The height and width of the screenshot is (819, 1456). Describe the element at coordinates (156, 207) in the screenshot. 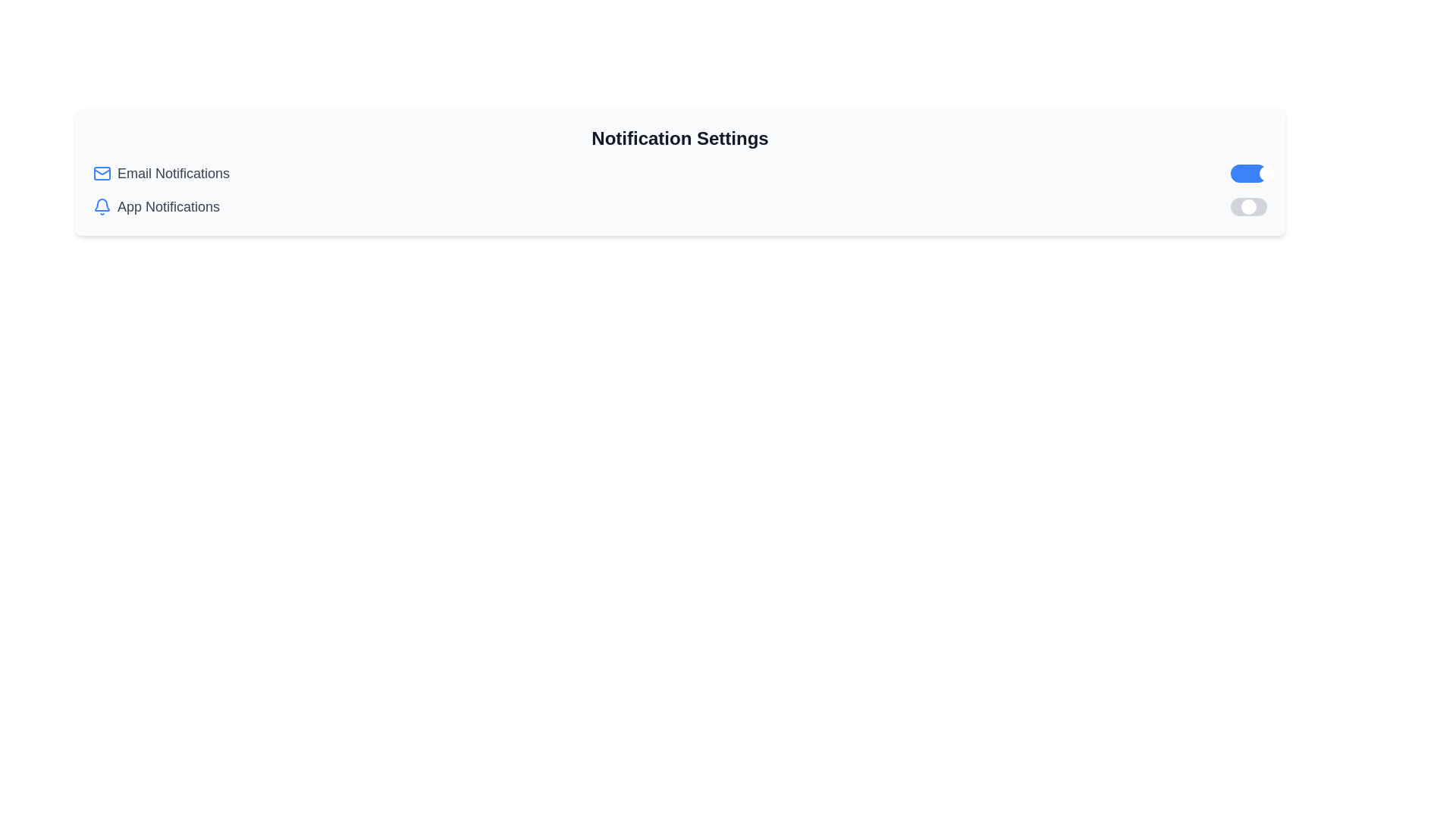

I see `the 'App Notifications' label with a bell icon` at that location.